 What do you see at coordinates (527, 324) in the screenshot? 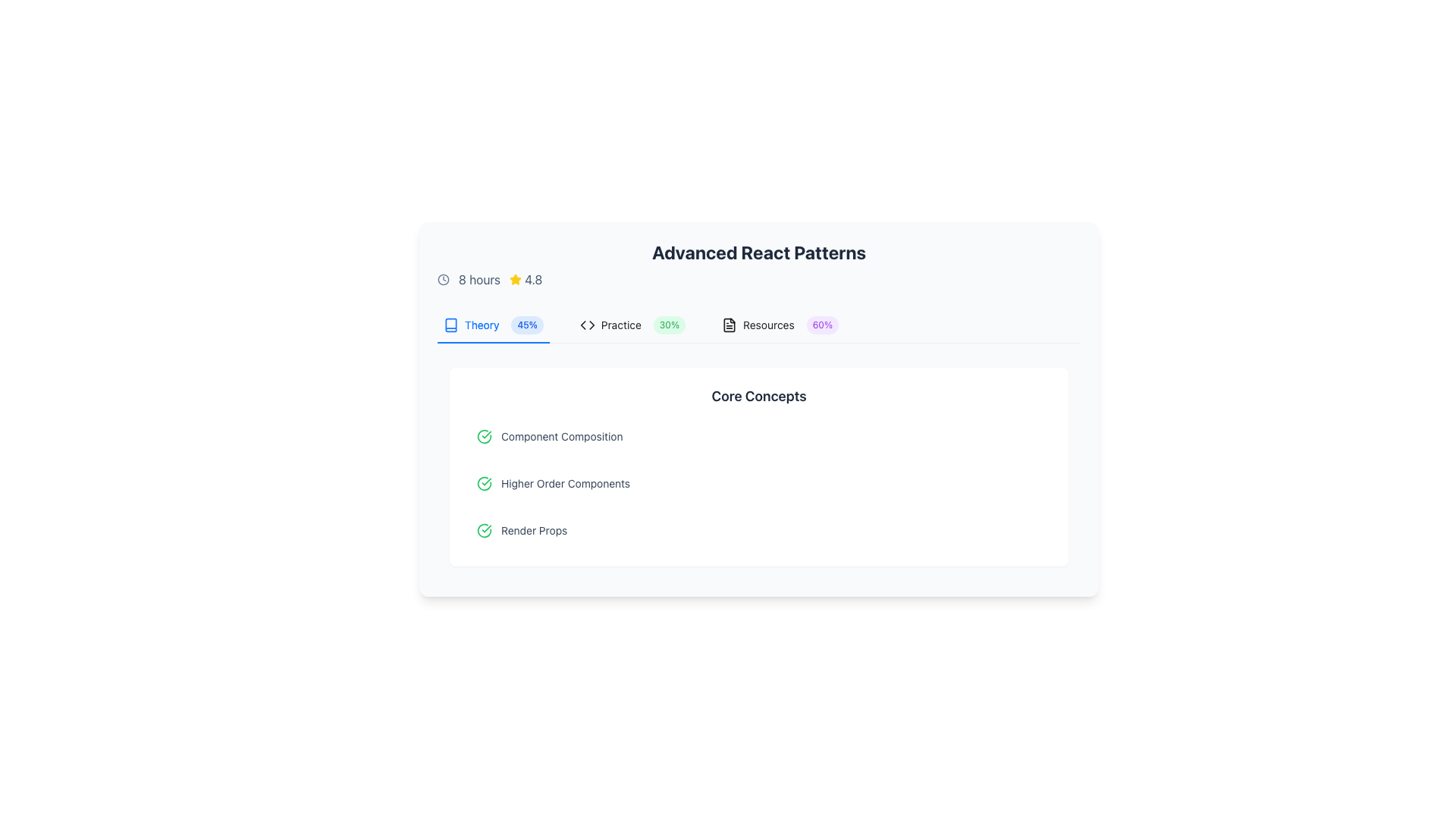
I see `the progress percentage badge located immediately to the right of the 'Theory' text, which visually represents the completion of the 'Theory' section` at bounding box center [527, 324].